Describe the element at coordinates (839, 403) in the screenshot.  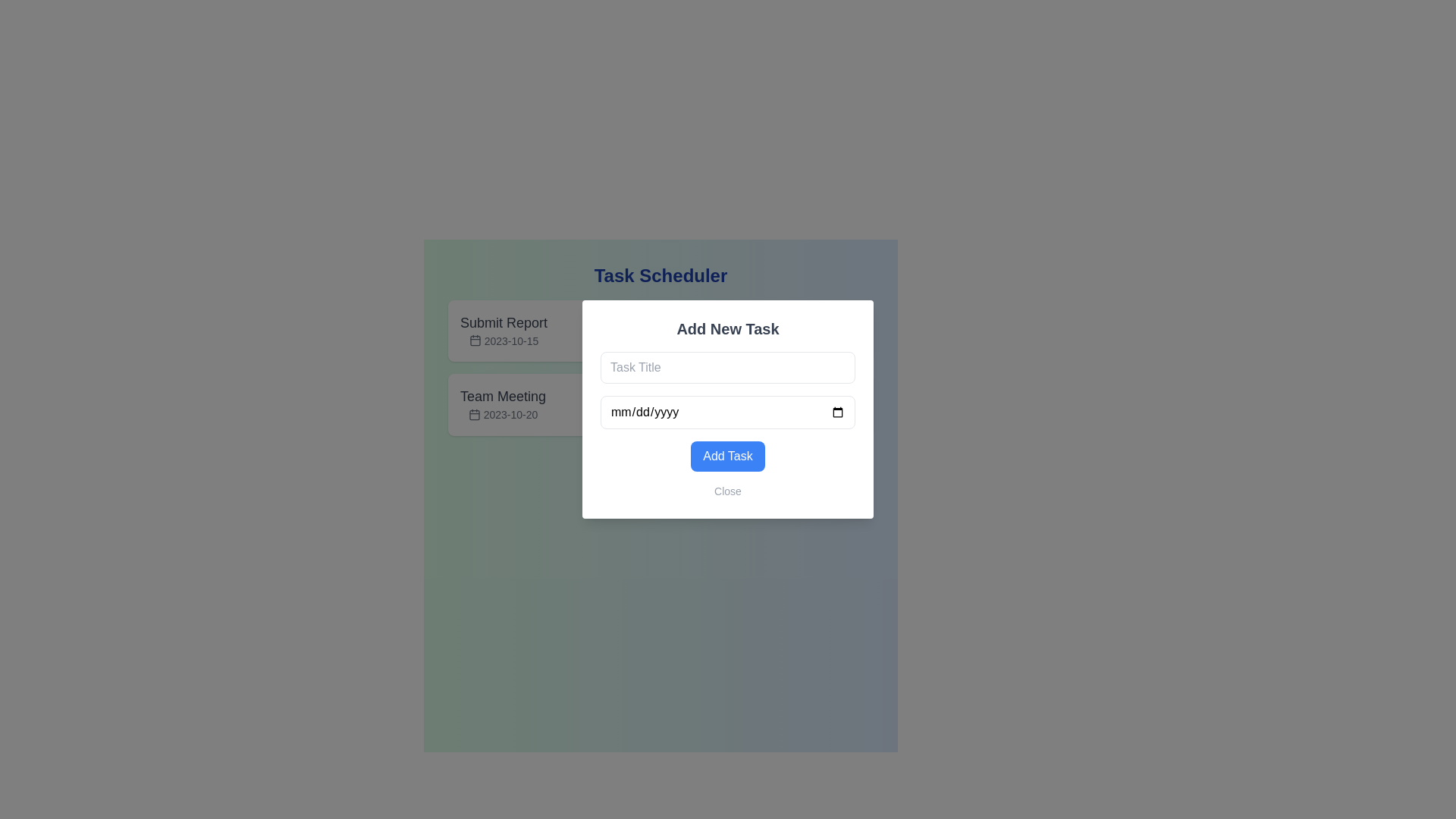
I see `the checkmark graphic located inside the icon on the right side of the 'mm/dd/yyyy' text input field within the 'Add New Task' modal dialog box` at that location.